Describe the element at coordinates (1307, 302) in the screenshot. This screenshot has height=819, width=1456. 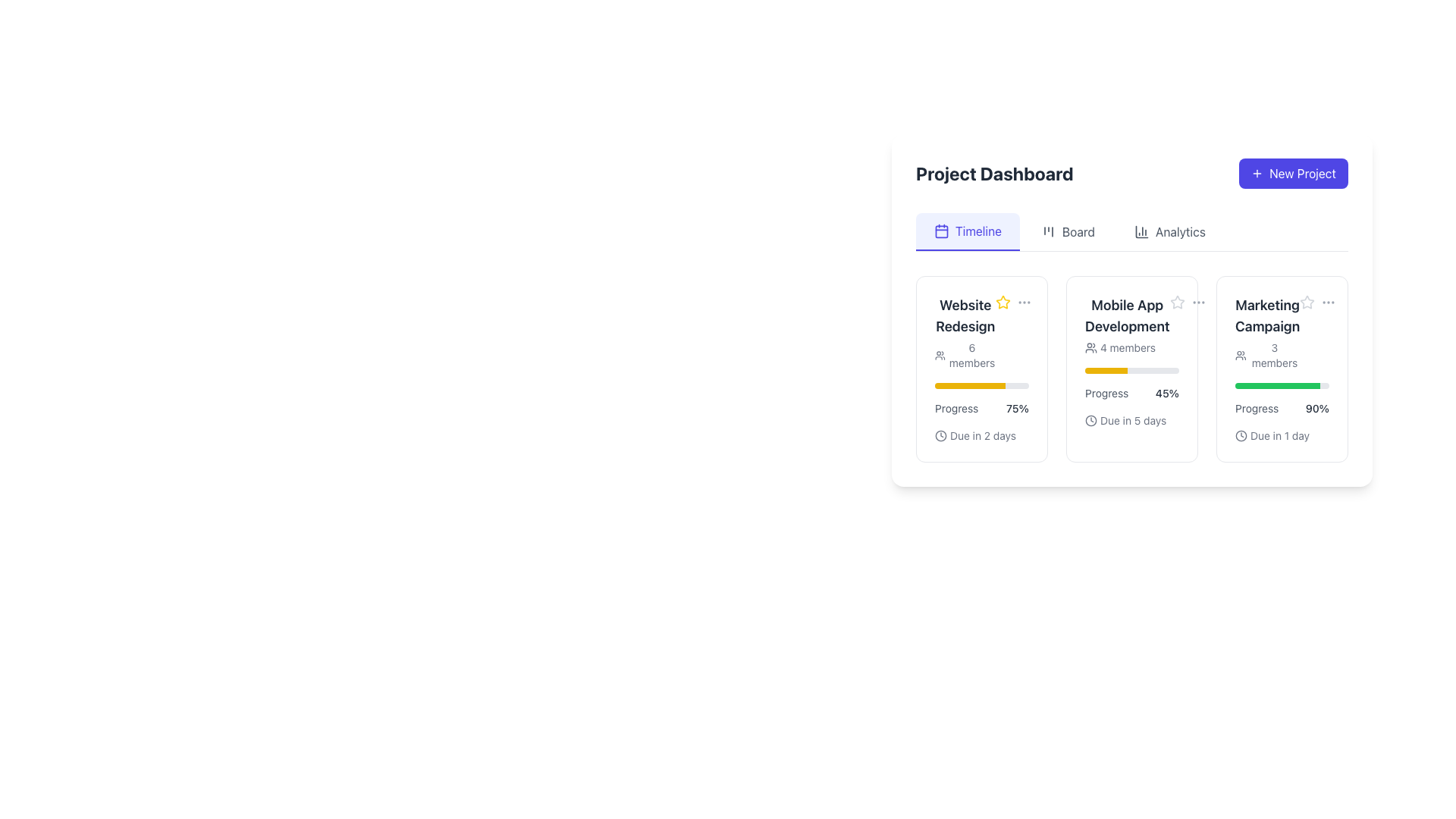
I see `the star-shaped icon with a gray outline in the top-right corner of the 'Marketing Campaign' project card to mark it as favorite` at that location.